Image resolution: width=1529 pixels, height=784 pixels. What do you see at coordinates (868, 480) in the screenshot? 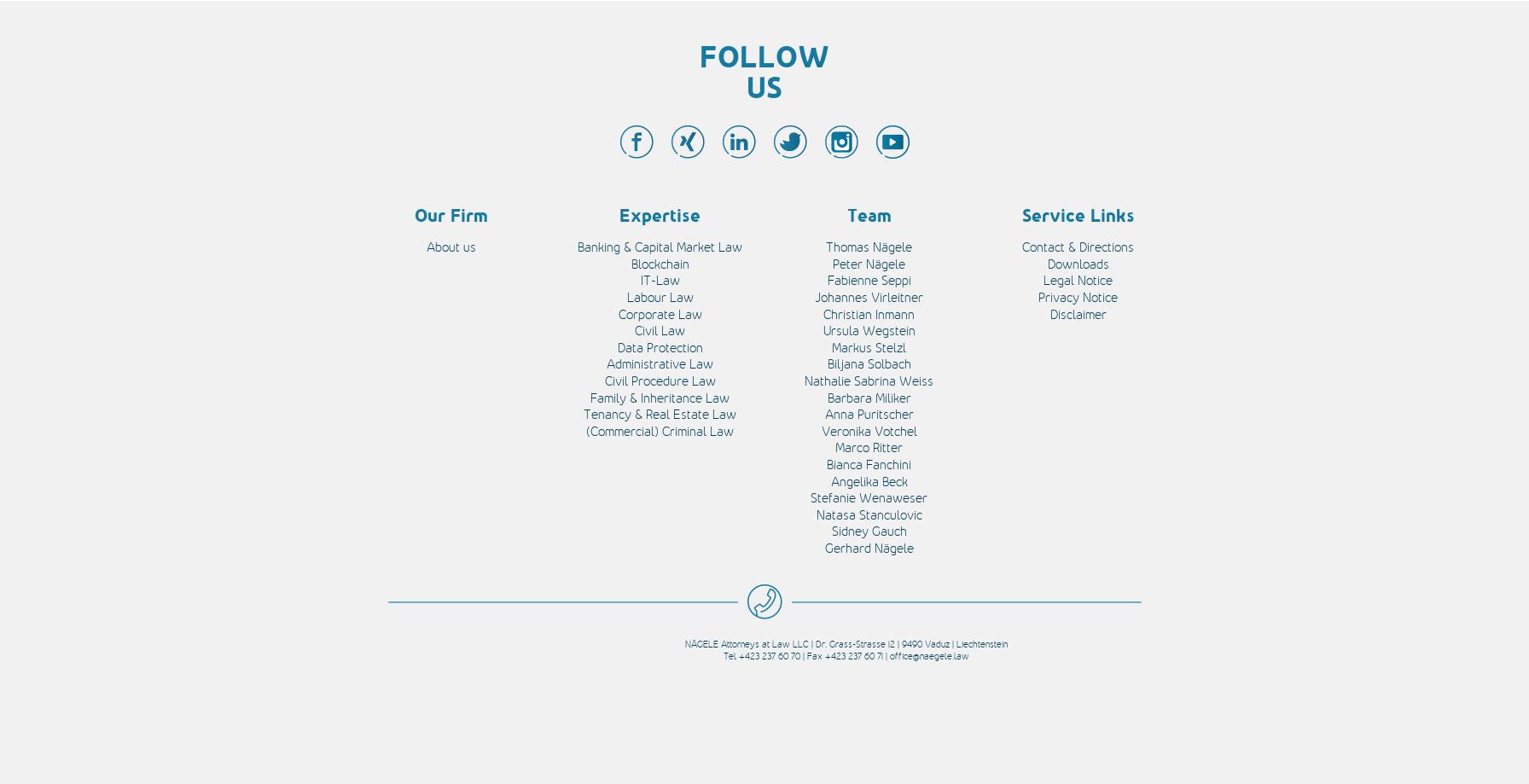
I see `'Angelika Beck'` at bounding box center [868, 480].